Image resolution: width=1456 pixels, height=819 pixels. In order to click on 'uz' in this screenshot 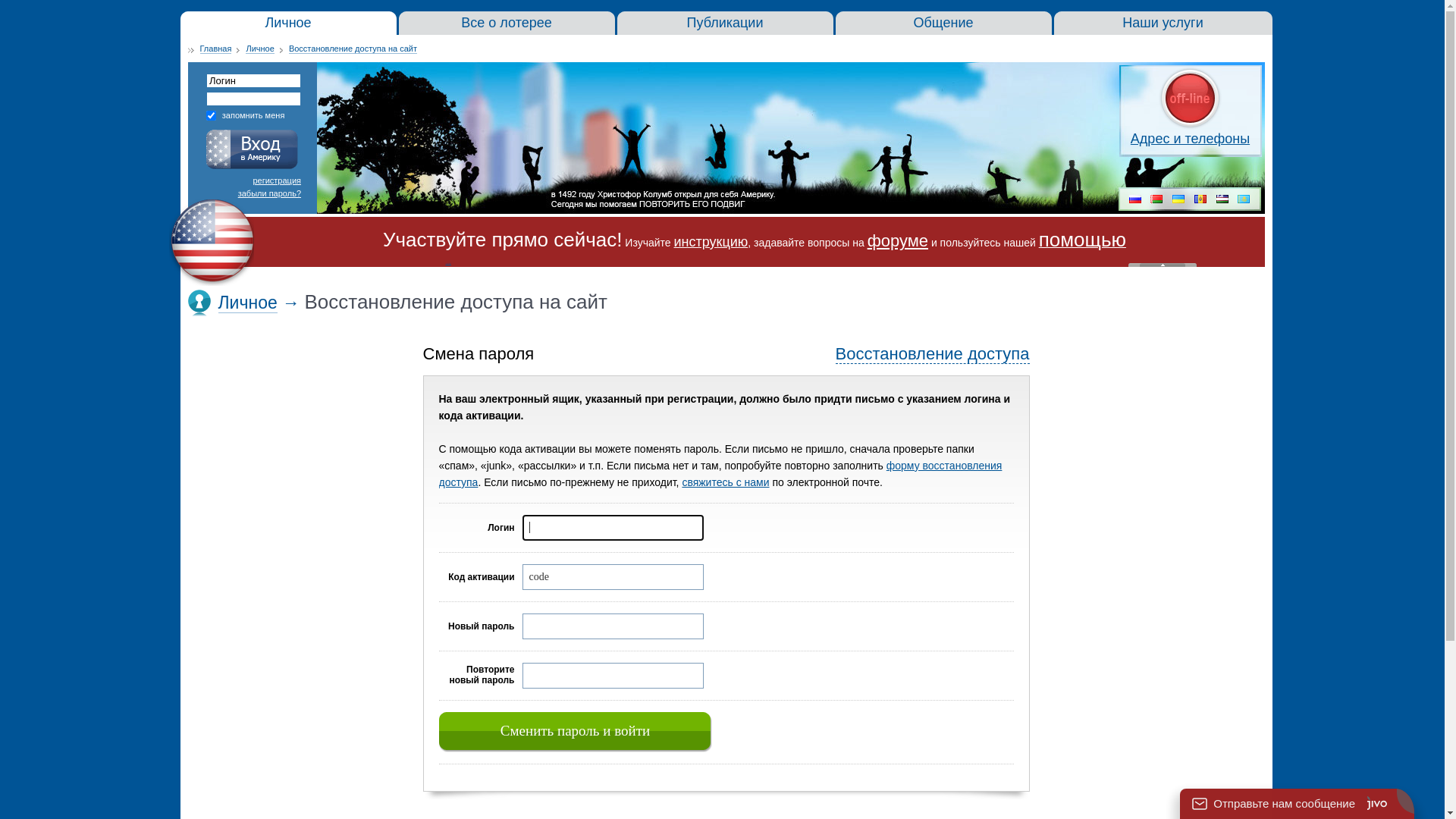, I will do `click(1222, 199)`.